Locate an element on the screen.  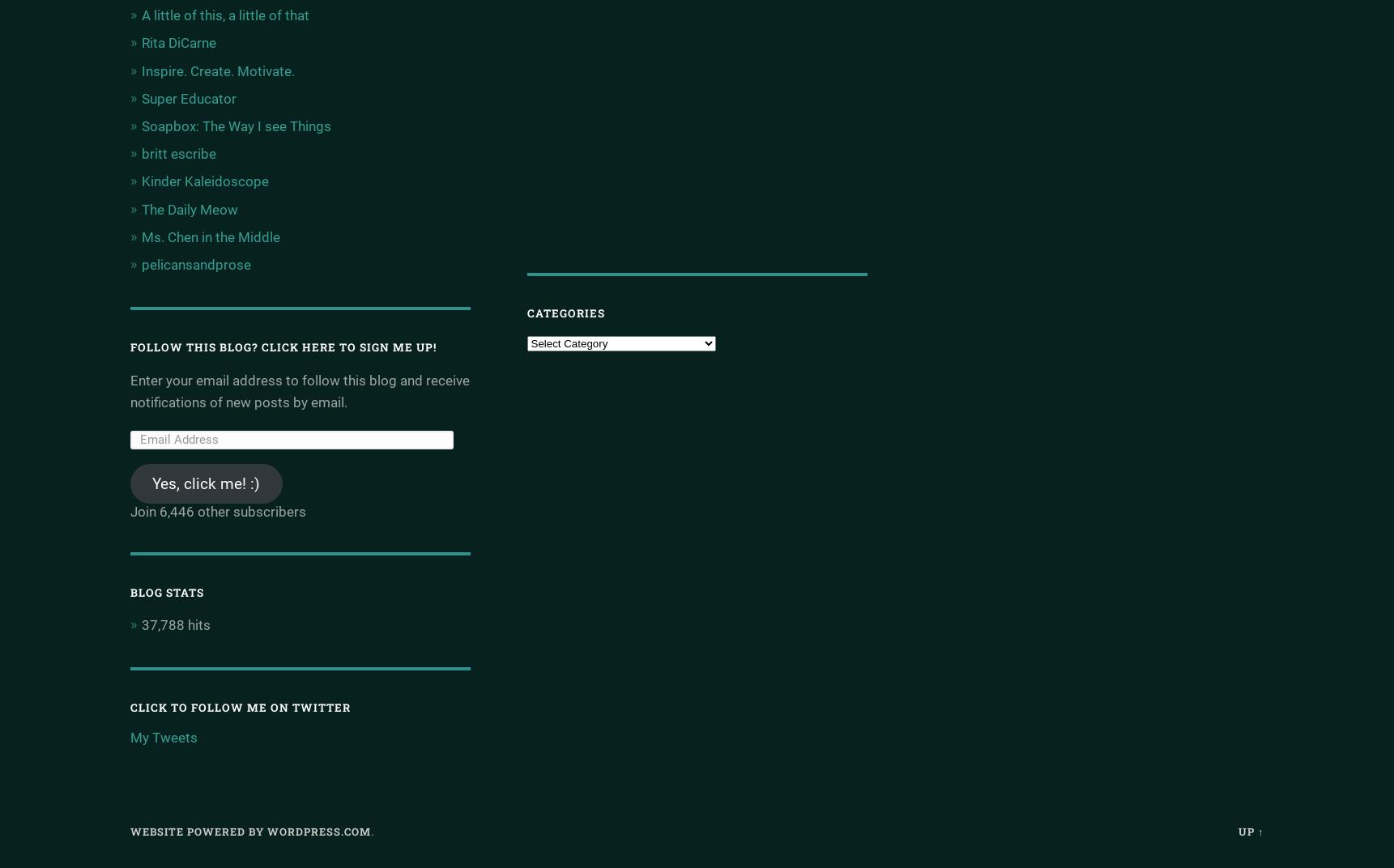
'Enter your email address to follow this blog and receive notifications of new posts by email.' is located at coordinates (299, 391).